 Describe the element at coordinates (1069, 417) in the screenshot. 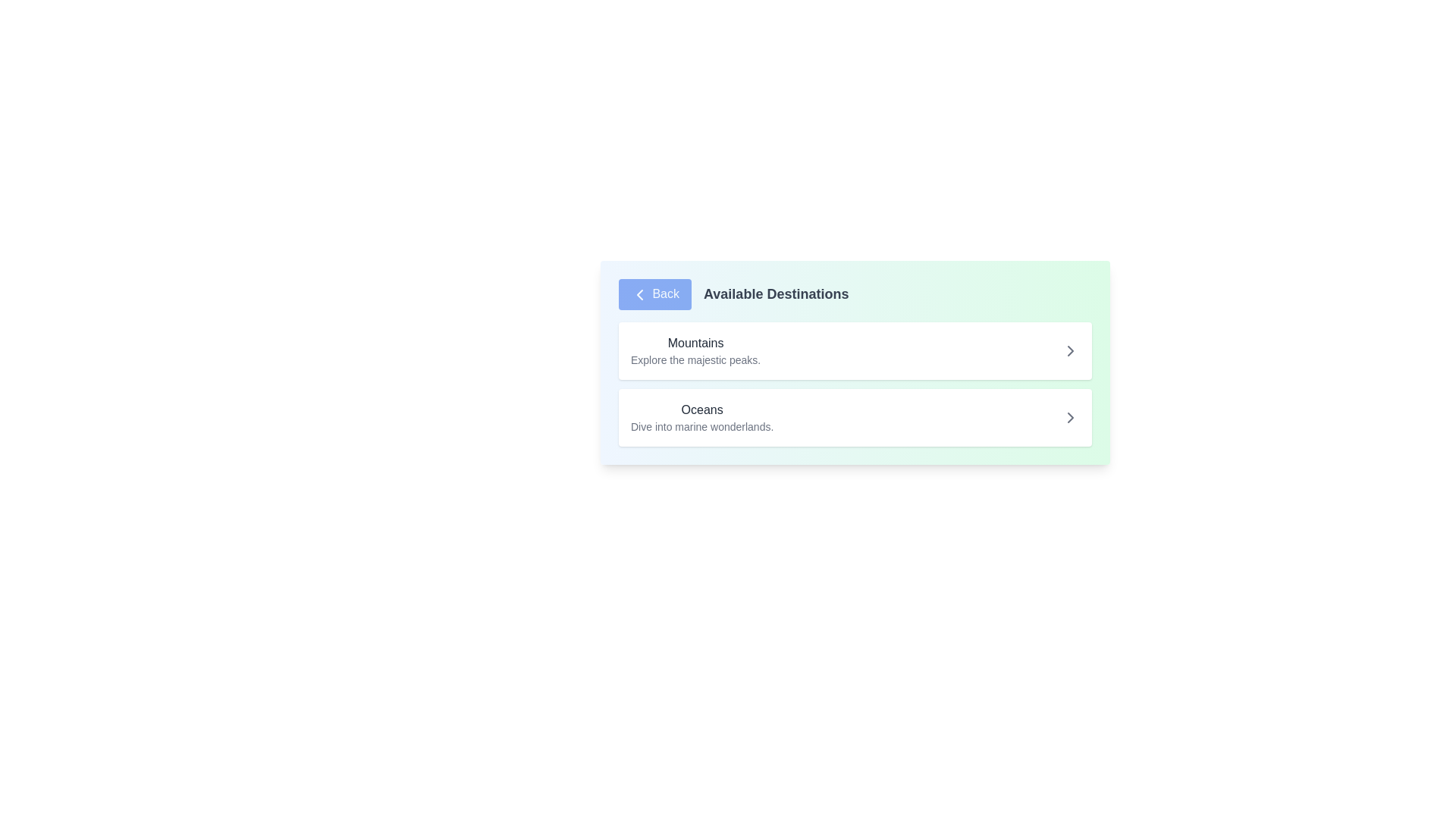

I see `the chevron arrow icon on the right side of the 'Oceans' row to potentially reveal a tooltip or effect` at that location.